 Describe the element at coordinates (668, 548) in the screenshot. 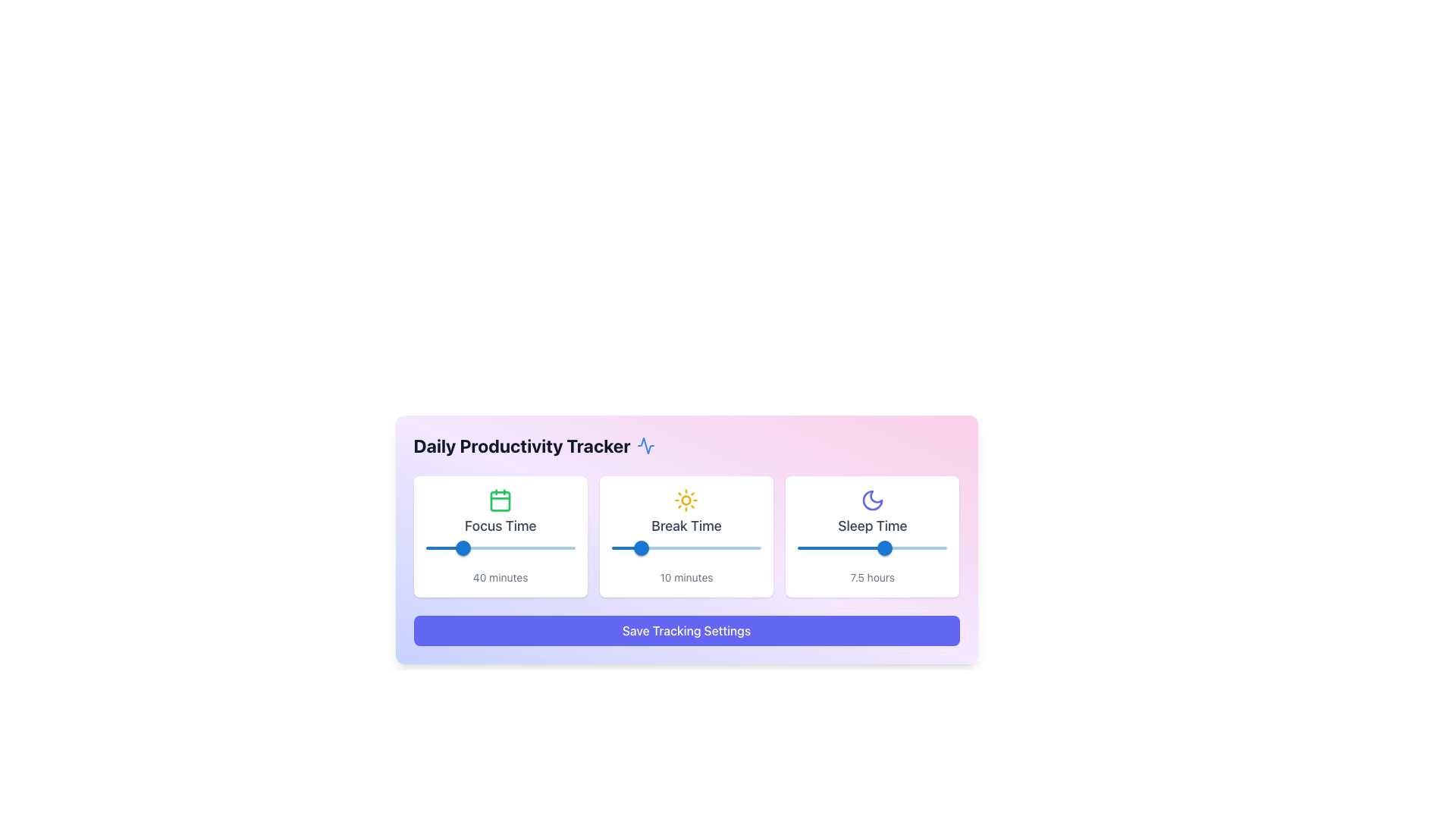

I see `break time` at that location.